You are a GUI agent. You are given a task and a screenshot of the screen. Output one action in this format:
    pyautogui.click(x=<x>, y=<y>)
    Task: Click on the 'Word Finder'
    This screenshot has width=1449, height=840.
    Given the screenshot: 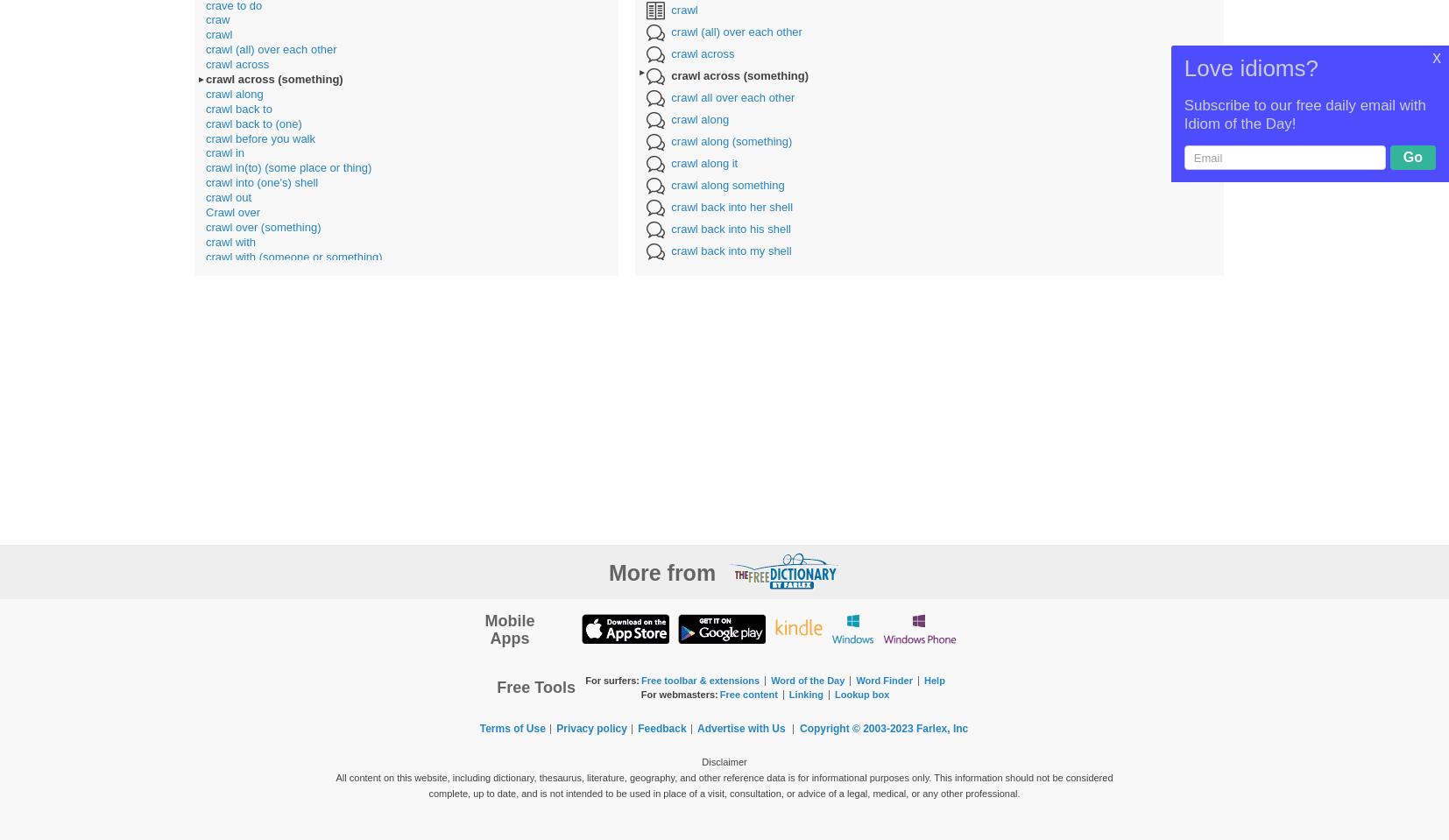 What is the action you would take?
    pyautogui.click(x=882, y=680)
    